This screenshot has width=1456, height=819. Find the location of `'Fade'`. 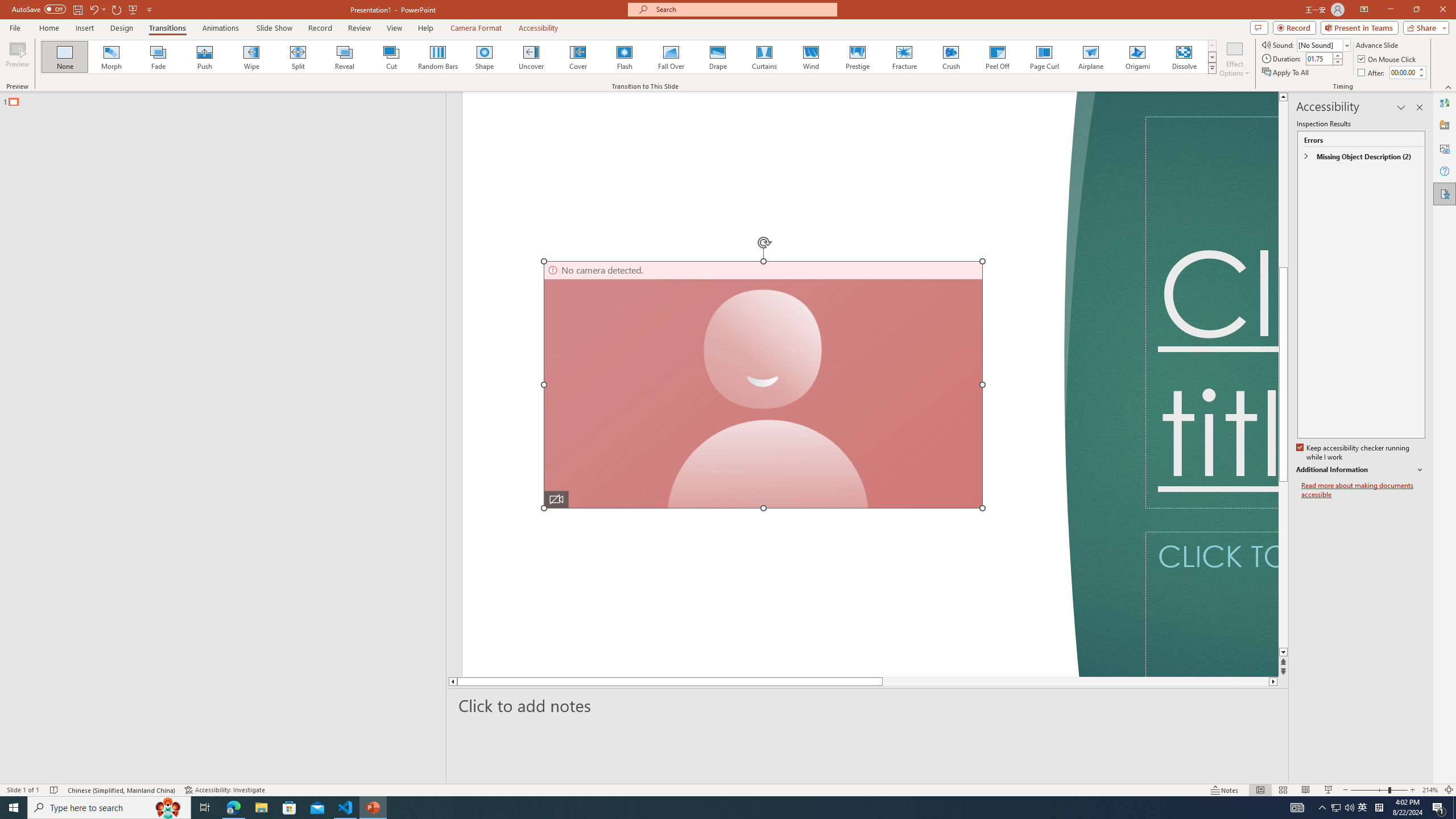

'Fade' is located at coordinates (158, 56).